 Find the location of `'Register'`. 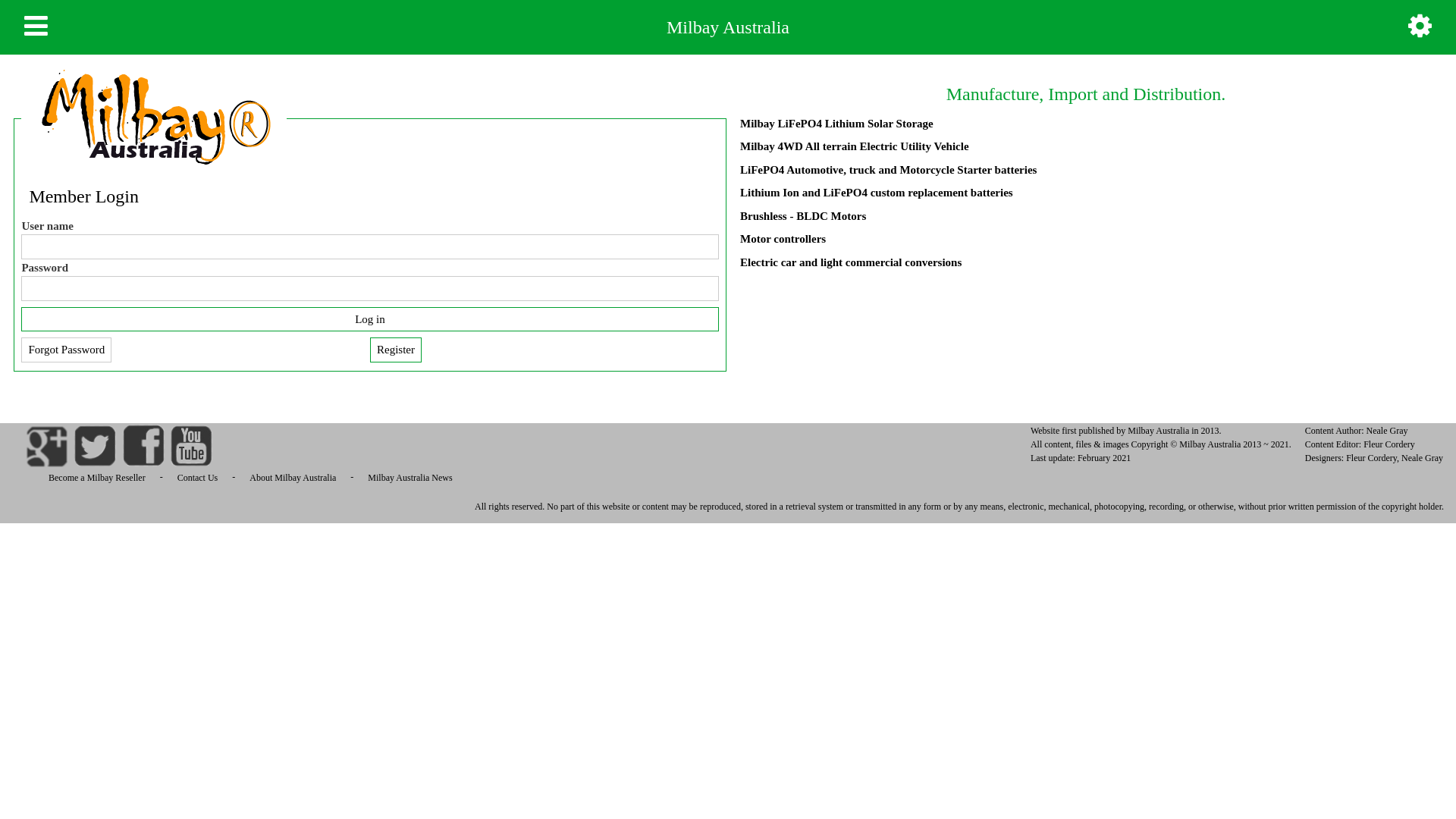

'Register' is located at coordinates (396, 350).